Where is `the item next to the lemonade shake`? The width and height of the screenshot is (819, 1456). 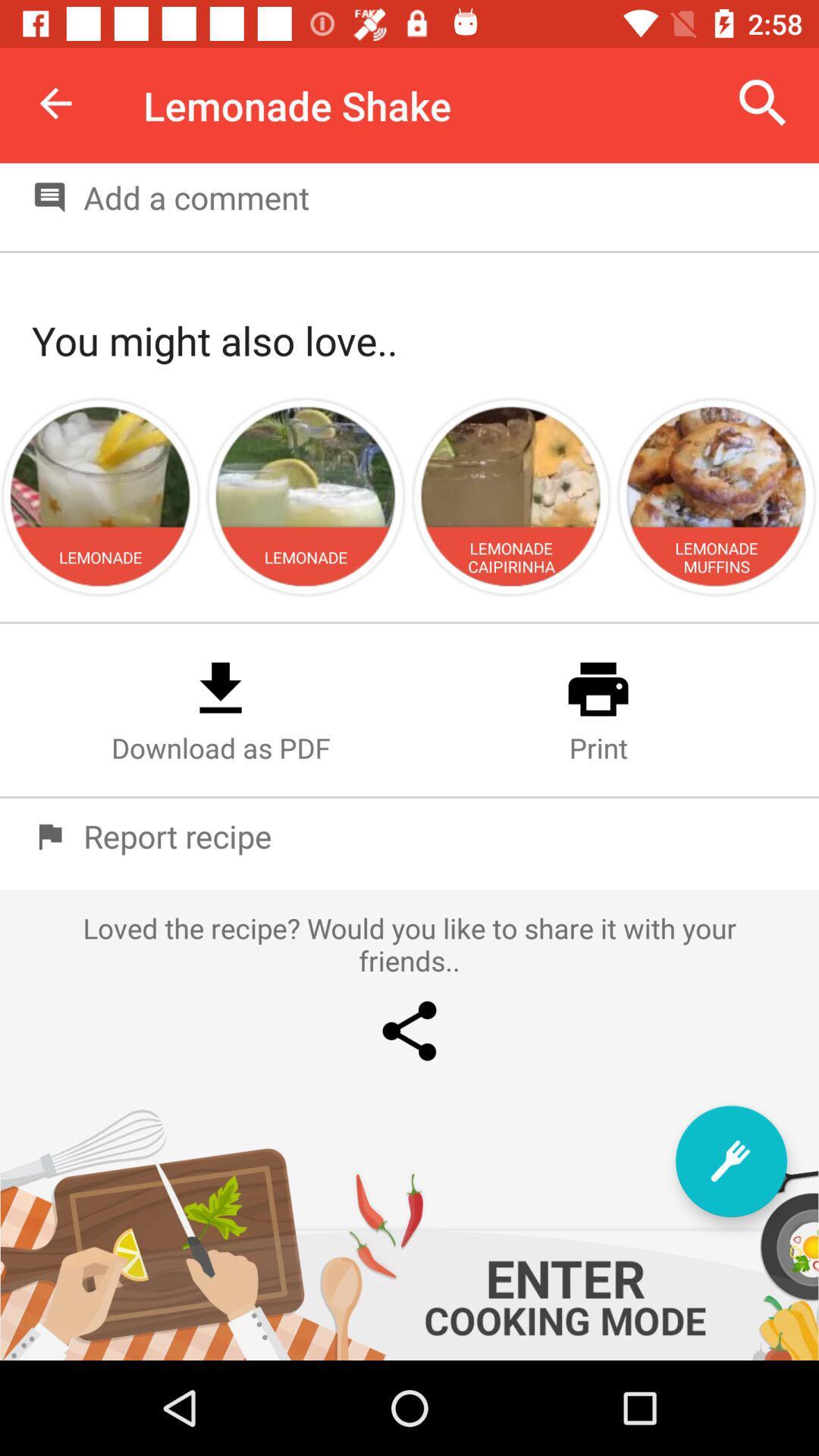 the item next to the lemonade shake is located at coordinates (763, 102).